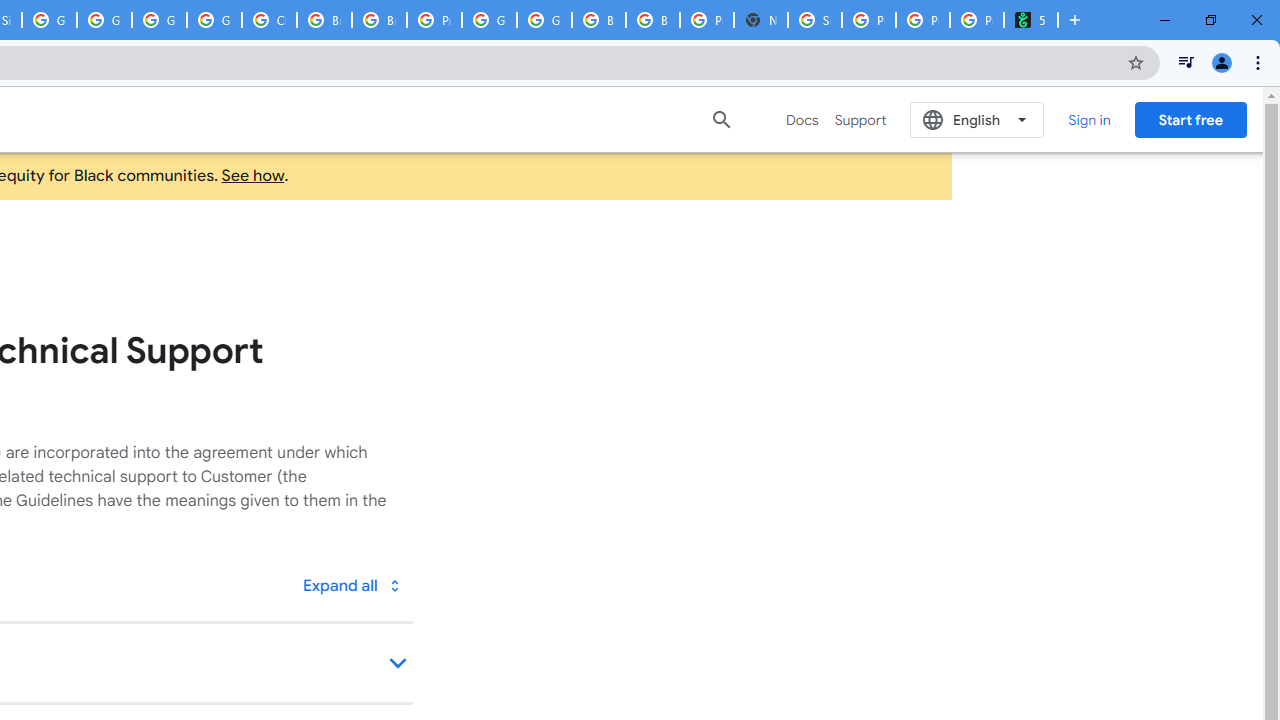  What do you see at coordinates (759, 20) in the screenshot?
I see `'New Tab'` at bounding box center [759, 20].